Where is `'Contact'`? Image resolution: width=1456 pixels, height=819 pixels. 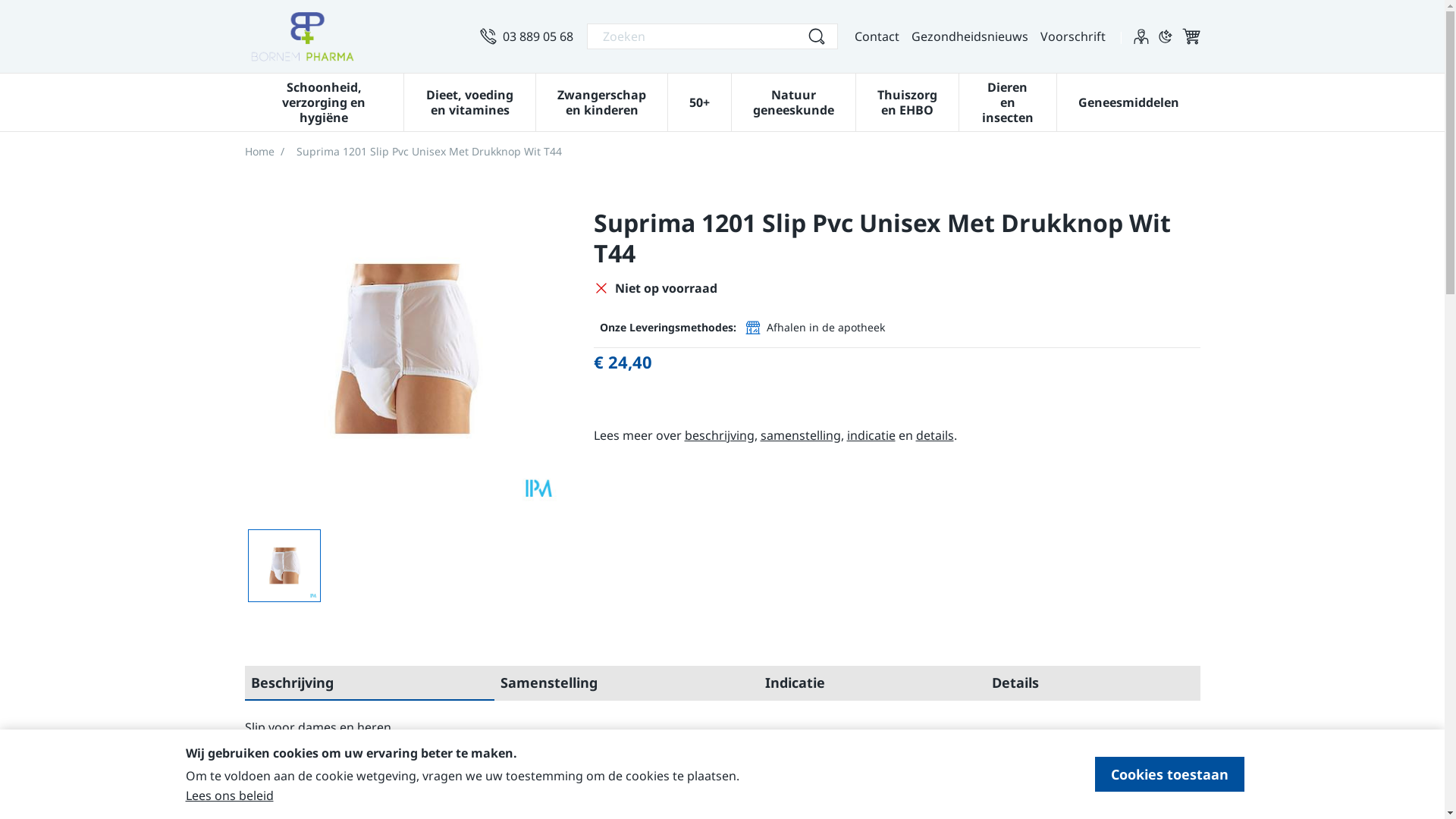
'Contact' is located at coordinates (876, 35).